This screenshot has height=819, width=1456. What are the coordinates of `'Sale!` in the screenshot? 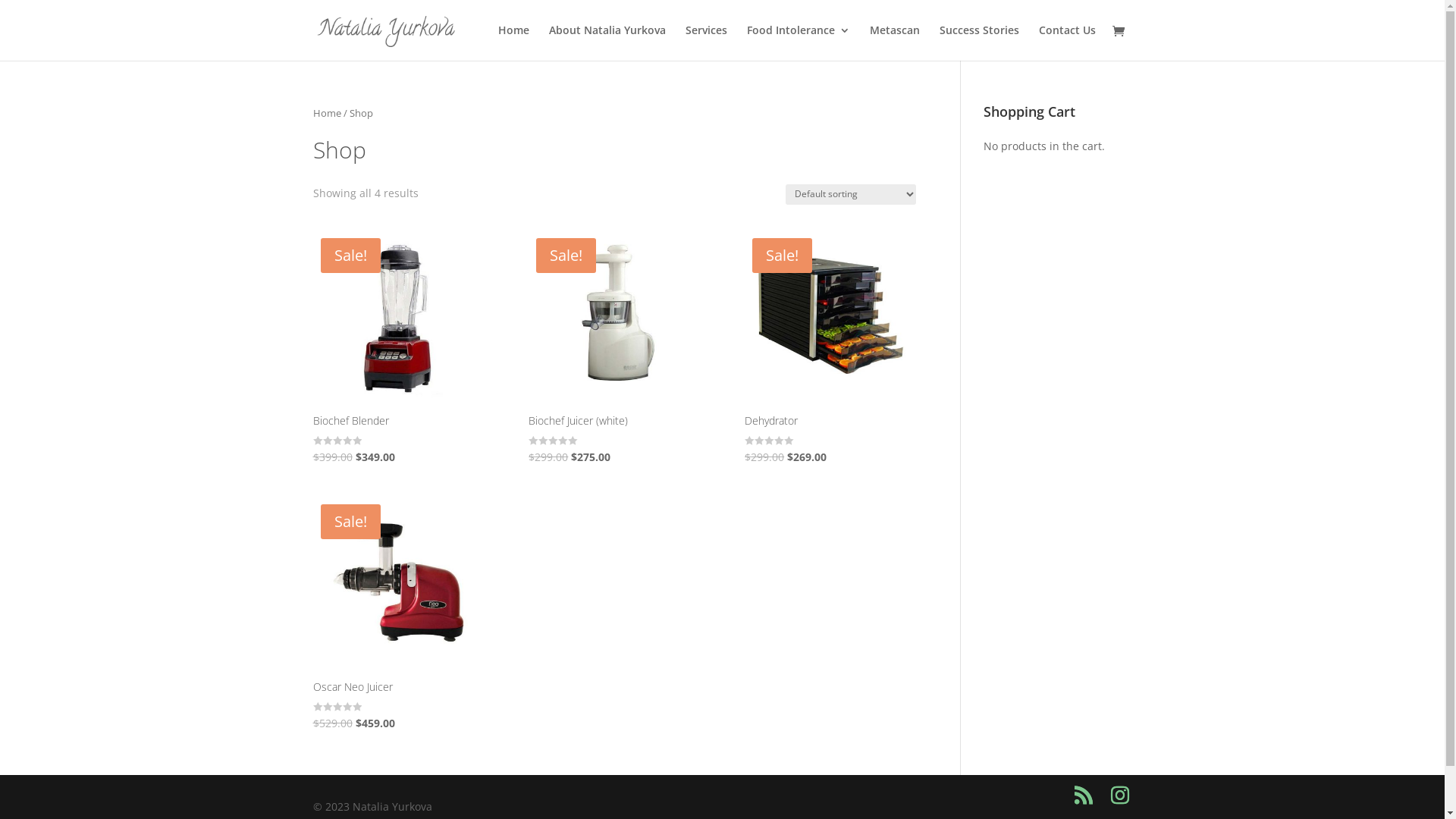 It's located at (829, 348).